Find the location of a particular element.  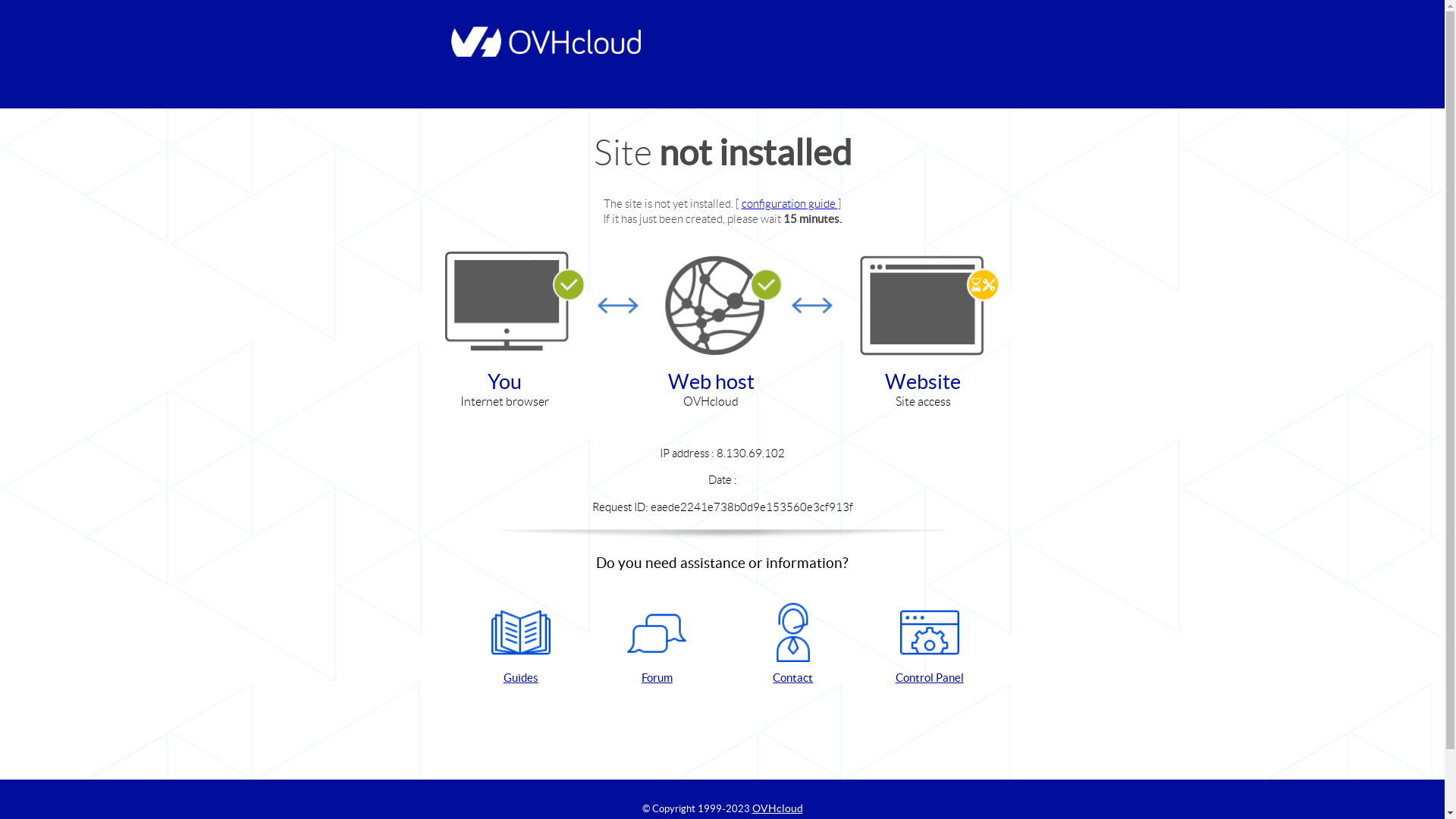

'Forum' is located at coordinates (656, 644).